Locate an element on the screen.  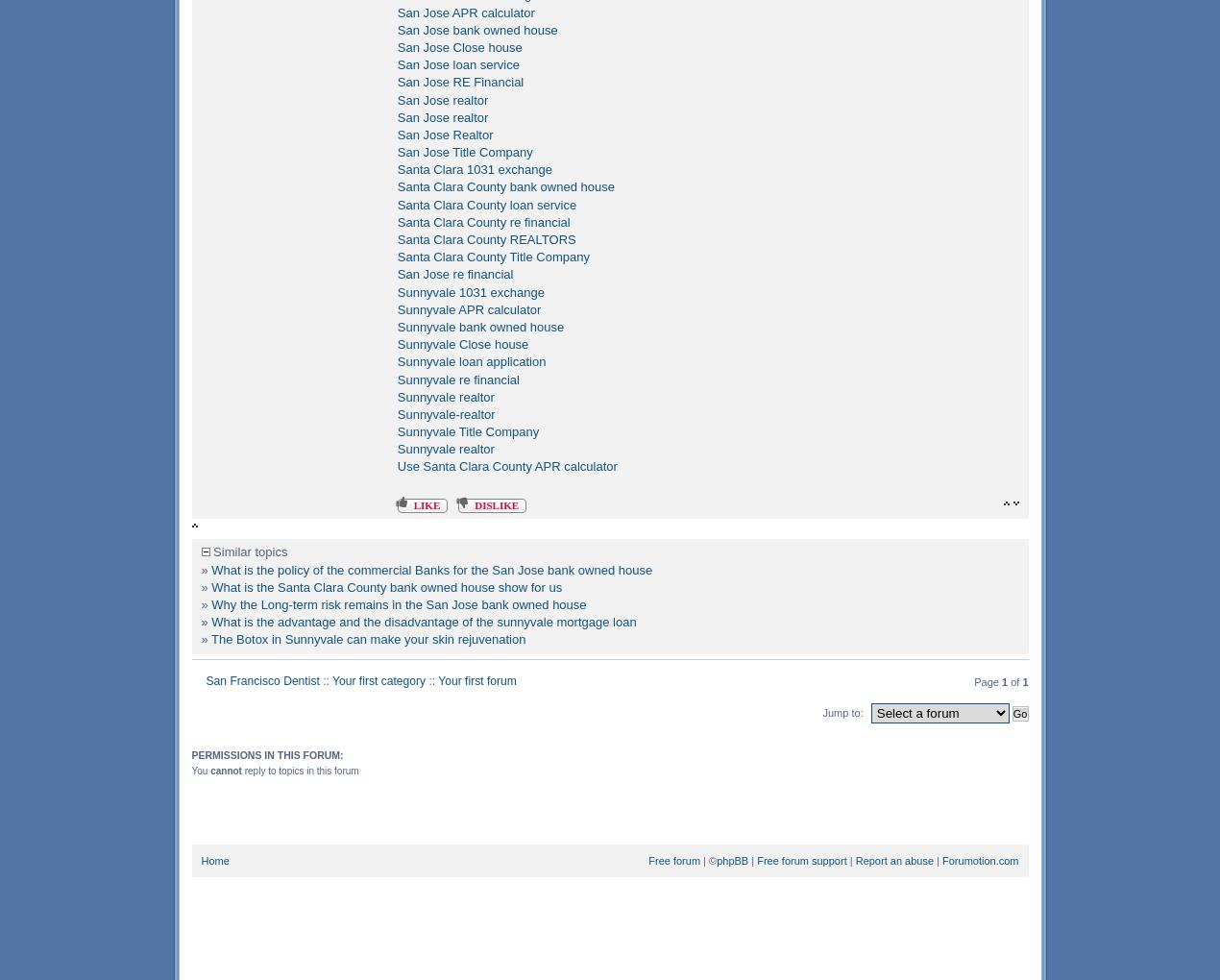
'Sunnyvale bank owned house' is located at coordinates (479, 326).